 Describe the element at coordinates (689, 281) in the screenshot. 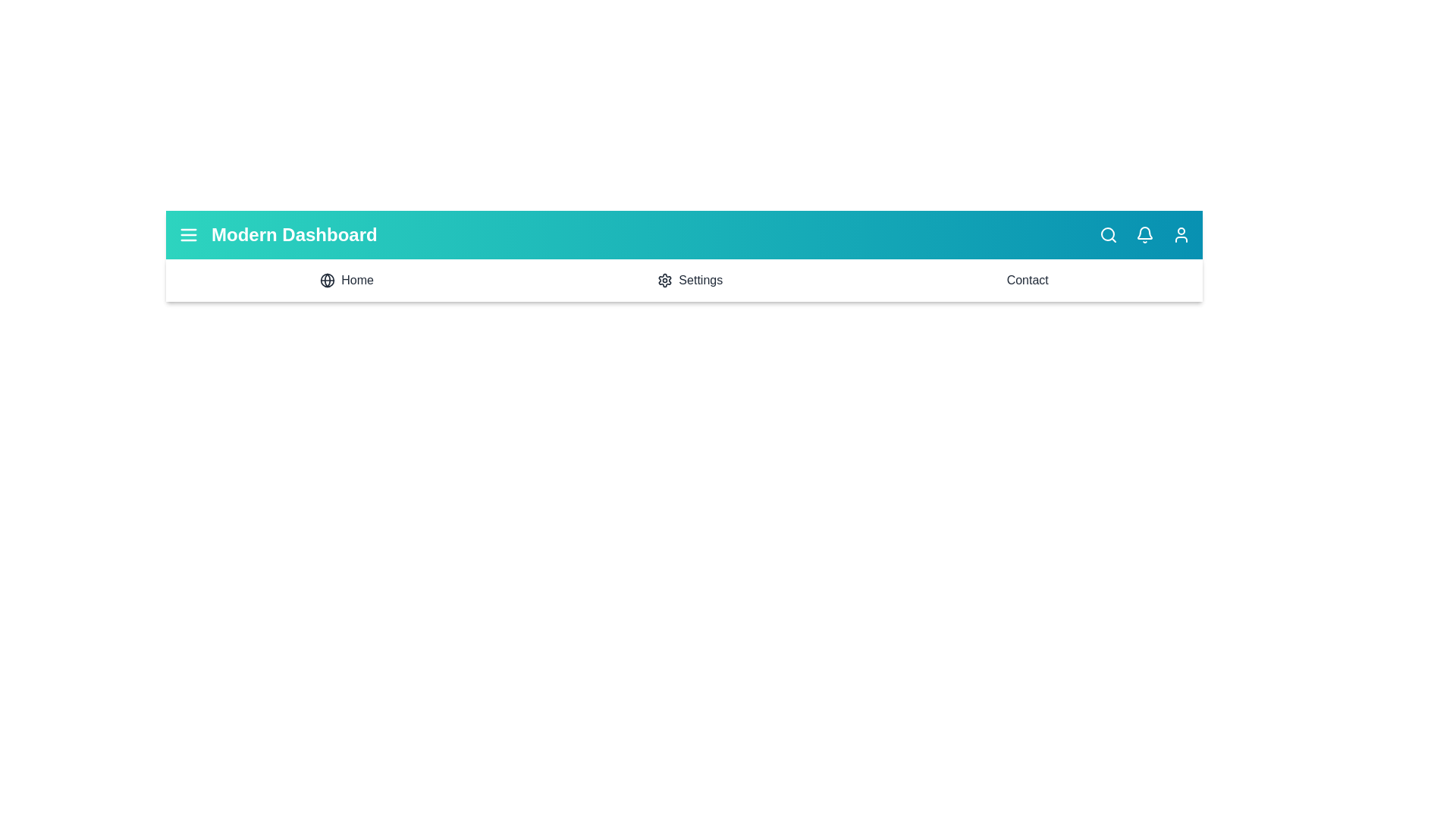

I see `the 'Settings' link in the menu` at that location.